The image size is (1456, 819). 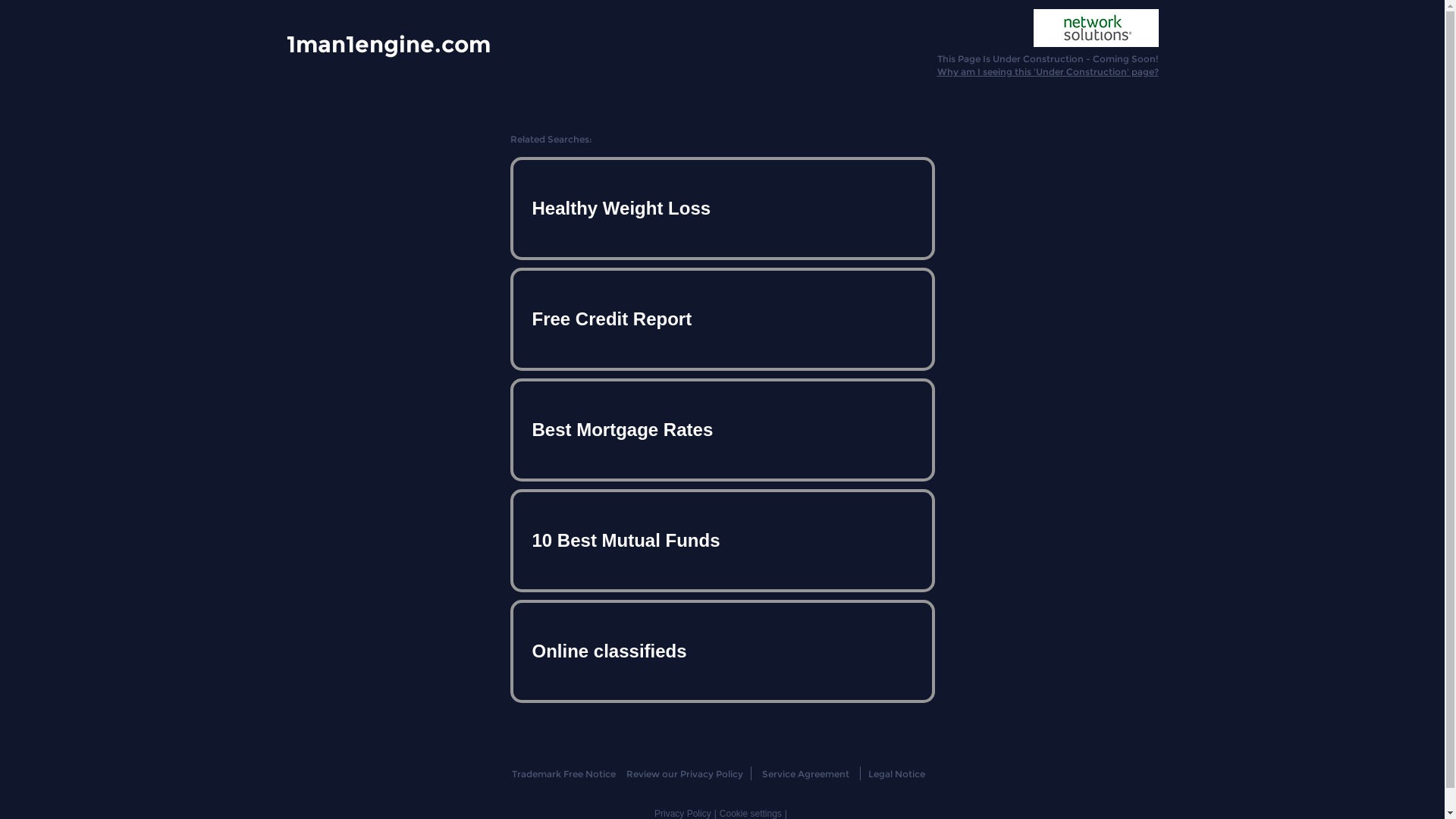 I want to click on 'Service Agreement', so click(x=805, y=773).